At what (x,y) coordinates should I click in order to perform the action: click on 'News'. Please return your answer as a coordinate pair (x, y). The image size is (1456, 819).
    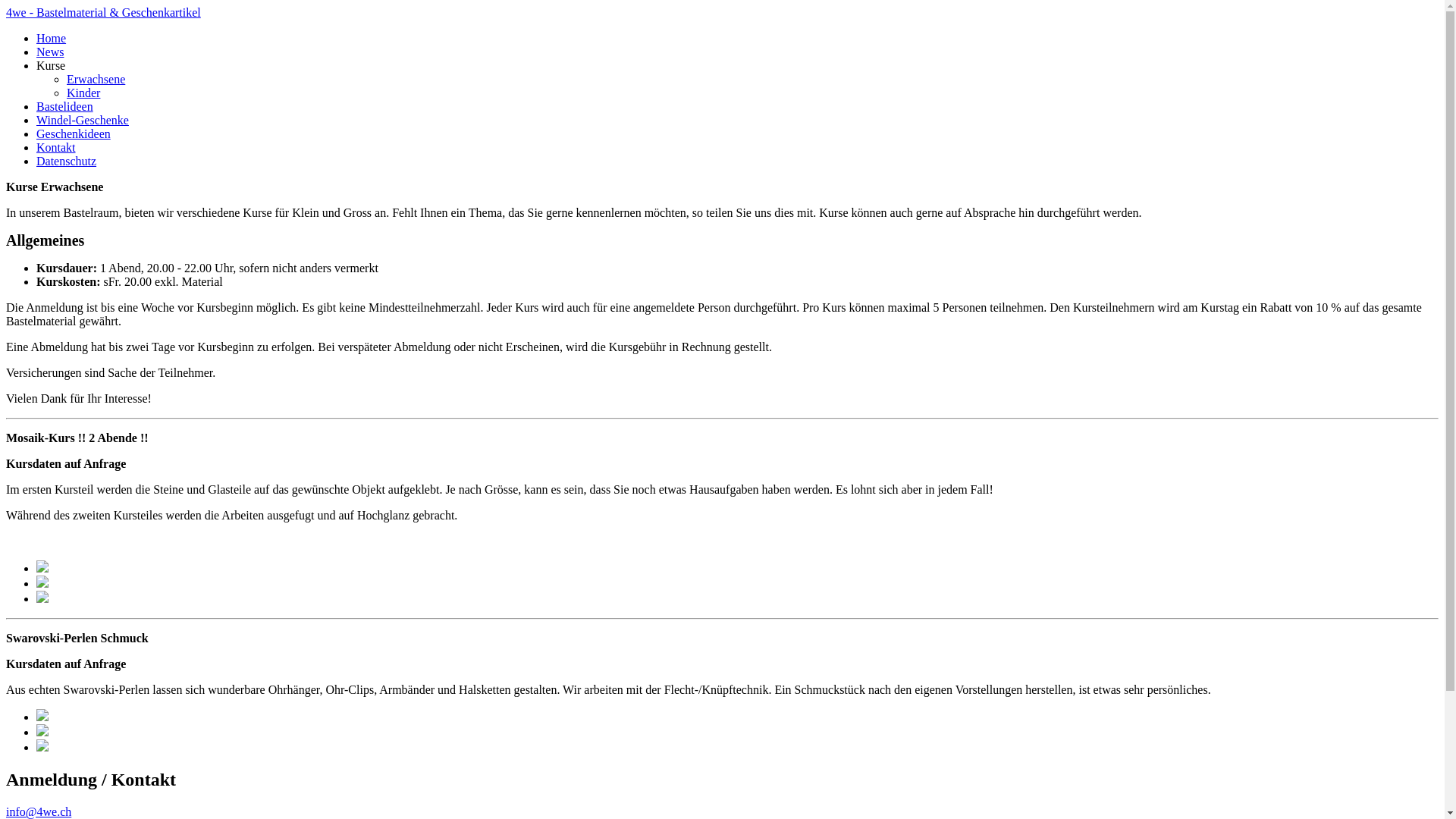
    Looking at the image, I should click on (36, 51).